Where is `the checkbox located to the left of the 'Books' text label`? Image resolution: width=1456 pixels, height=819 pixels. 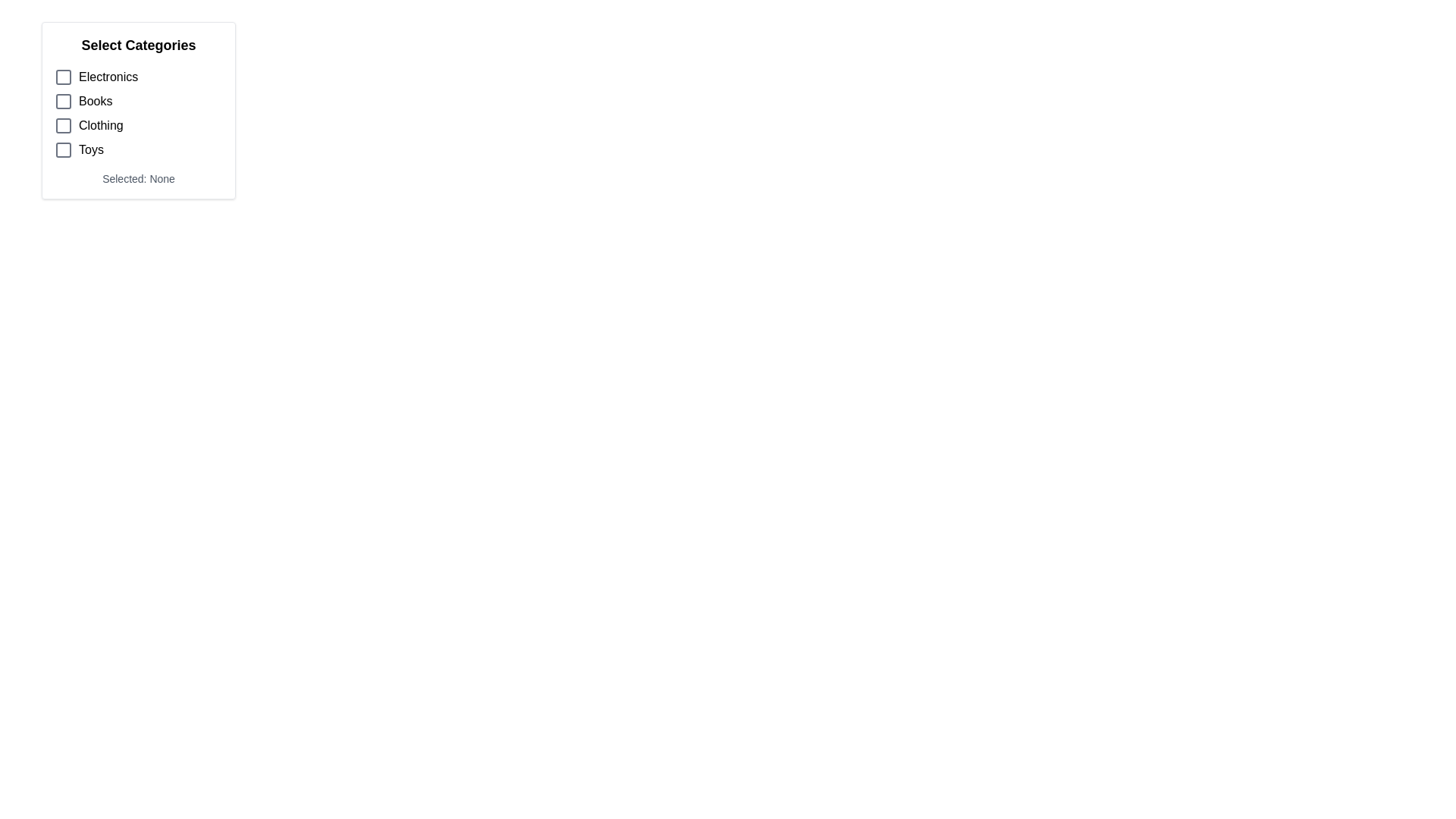 the checkbox located to the left of the 'Books' text label is located at coordinates (62, 102).